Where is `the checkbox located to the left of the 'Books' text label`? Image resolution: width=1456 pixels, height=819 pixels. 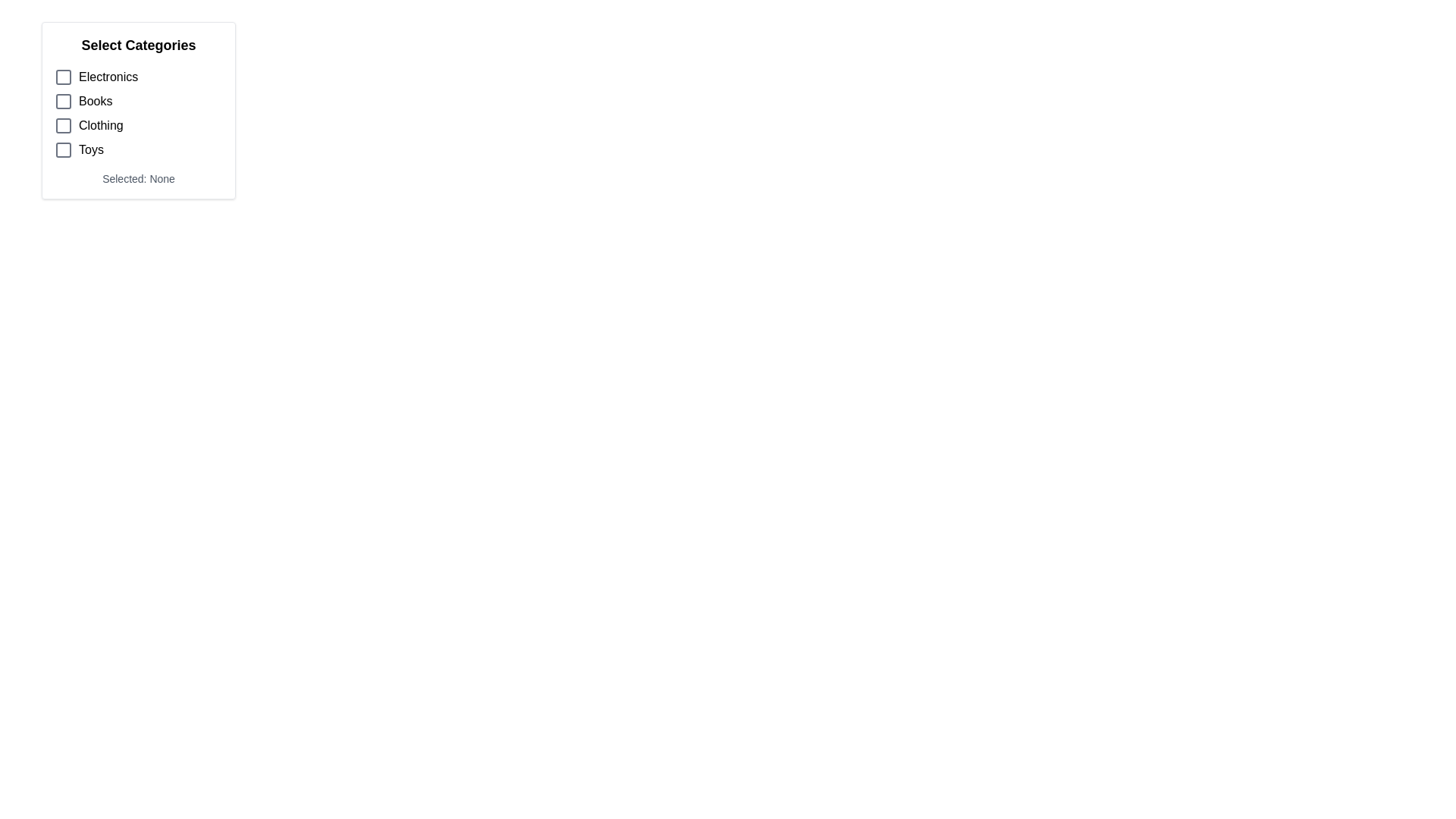 the checkbox located to the left of the 'Books' text label is located at coordinates (62, 102).